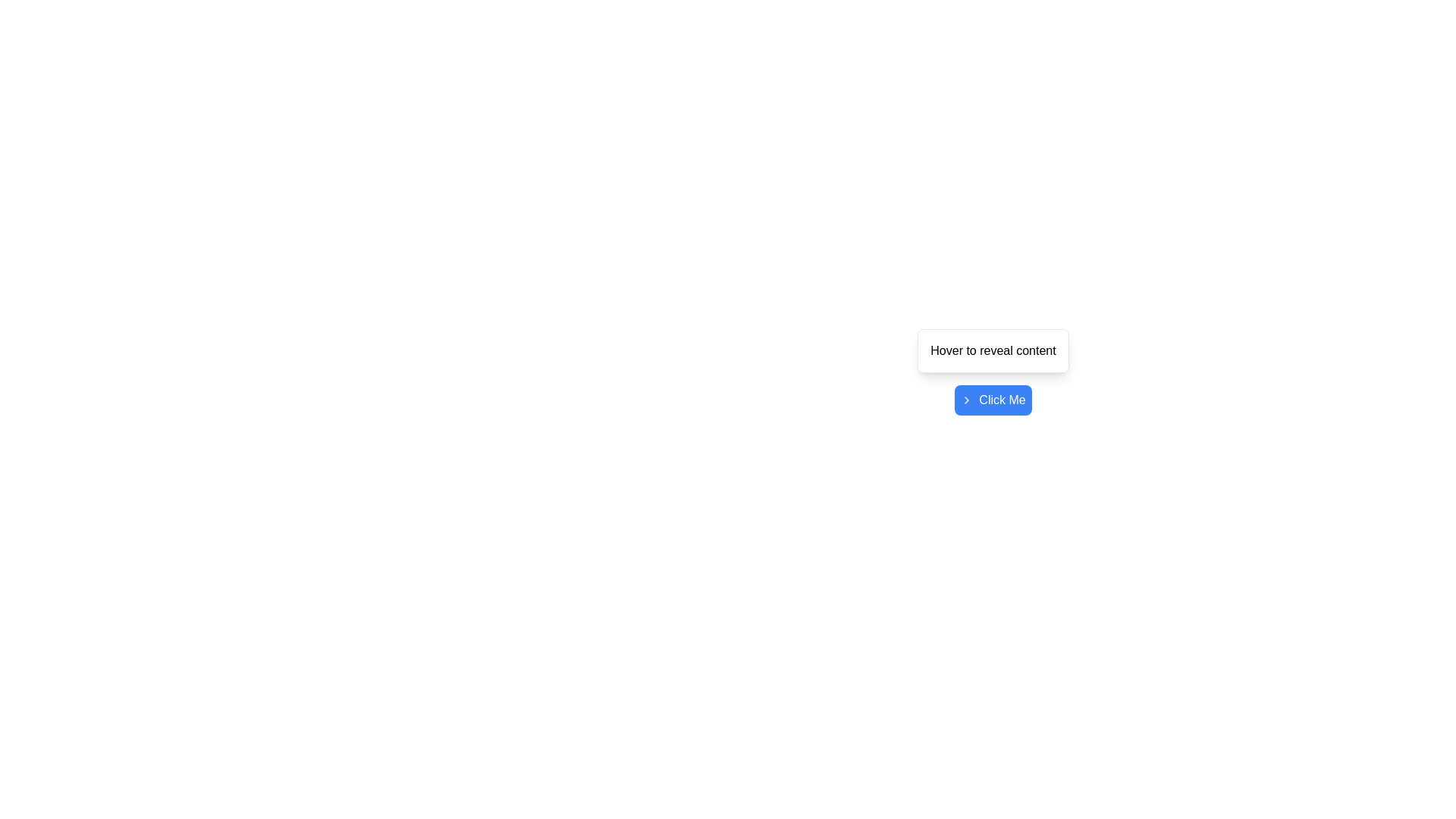 Image resolution: width=1456 pixels, height=819 pixels. Describe the element at coordinates (966, 400) in the screenshot. I see `the chevron icon located inside the 'Click Me' button, which is positioned near the lower right of the interface` at that location.